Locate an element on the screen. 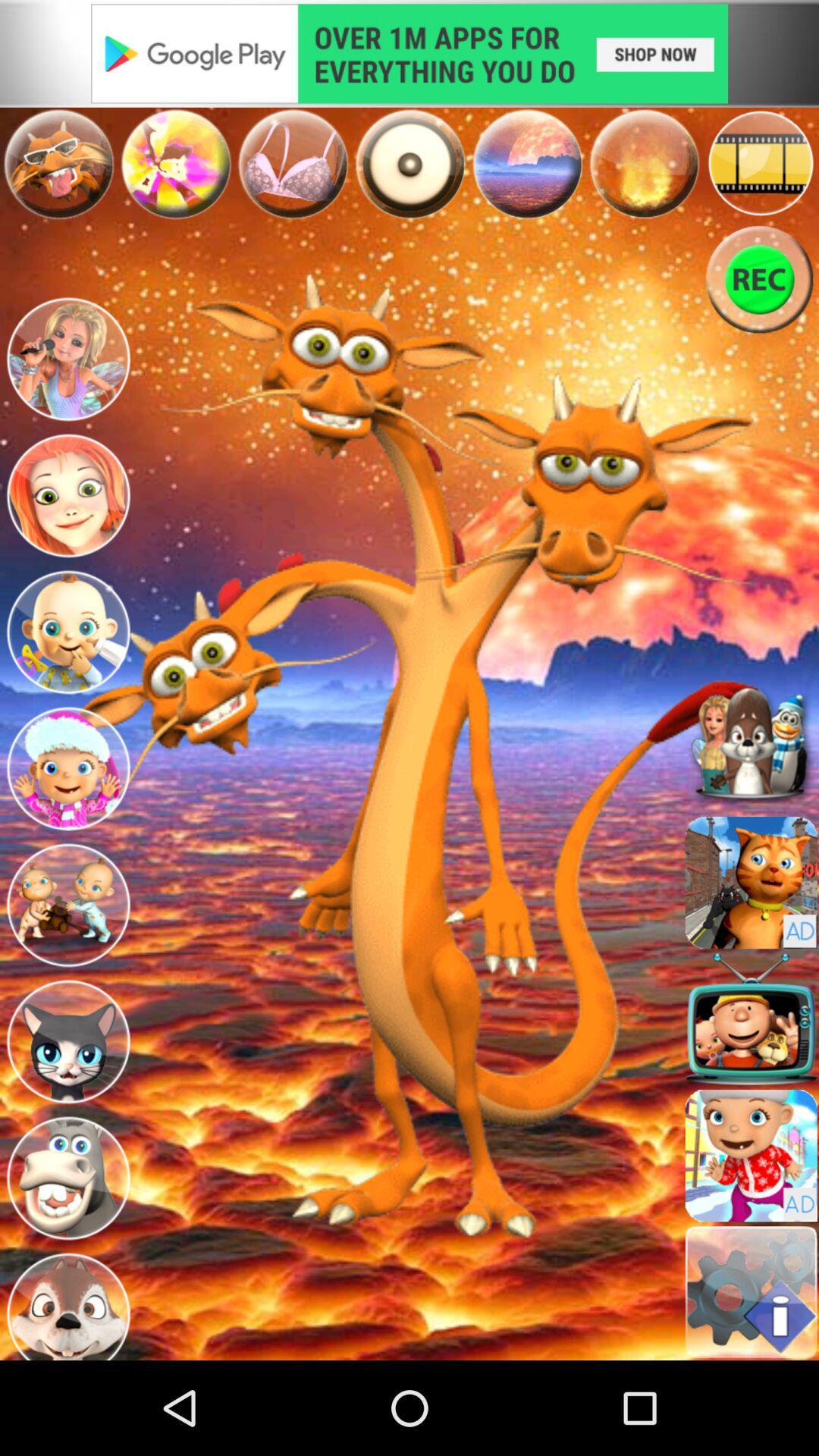  poto is located at coordinates (174, 164).